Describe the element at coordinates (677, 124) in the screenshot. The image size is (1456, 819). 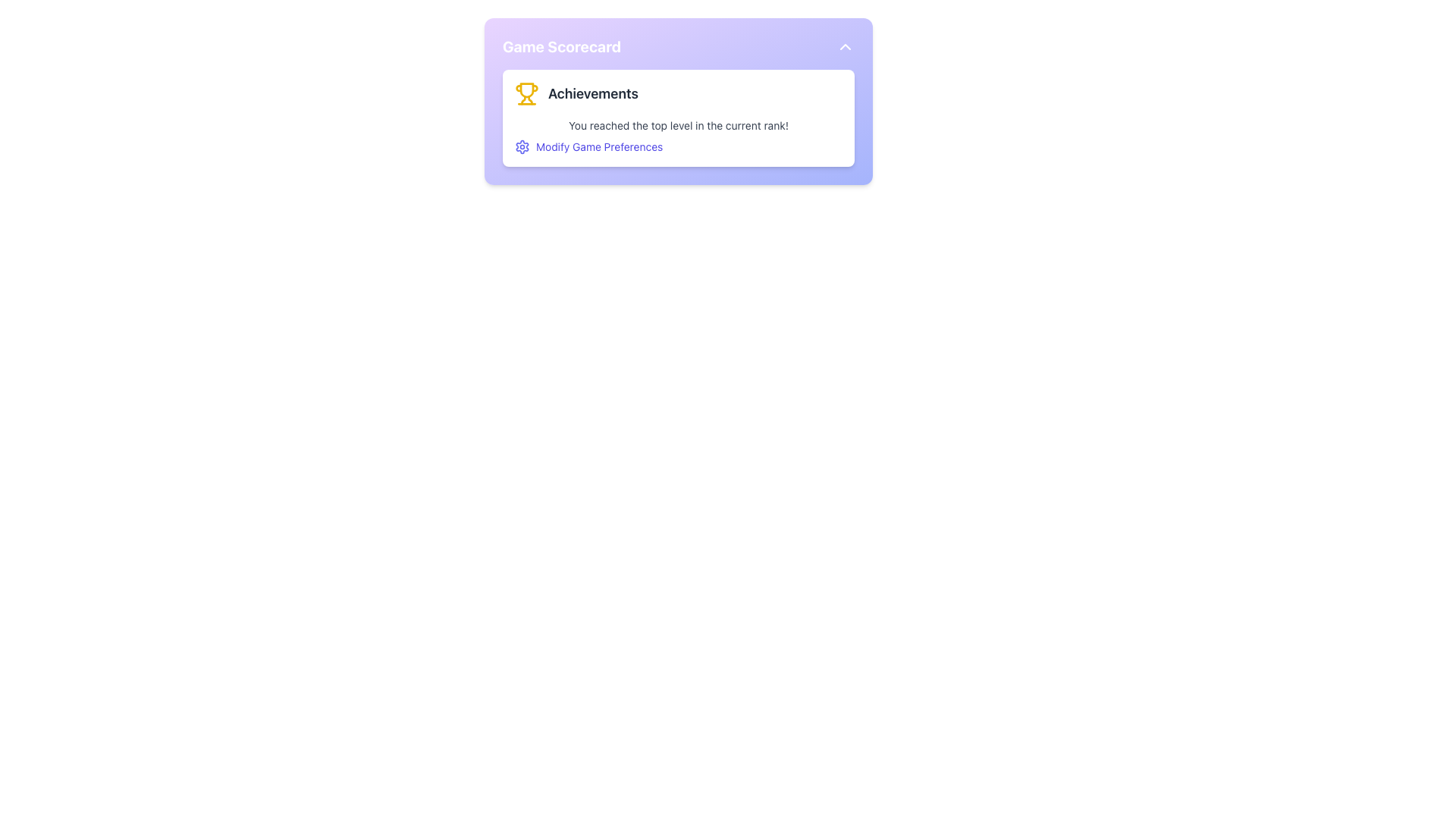
I see `the static text element providing feedback on achievement levels, located underneath the 'Achievements' heading with a trophy icon, on a purple background` at that location.